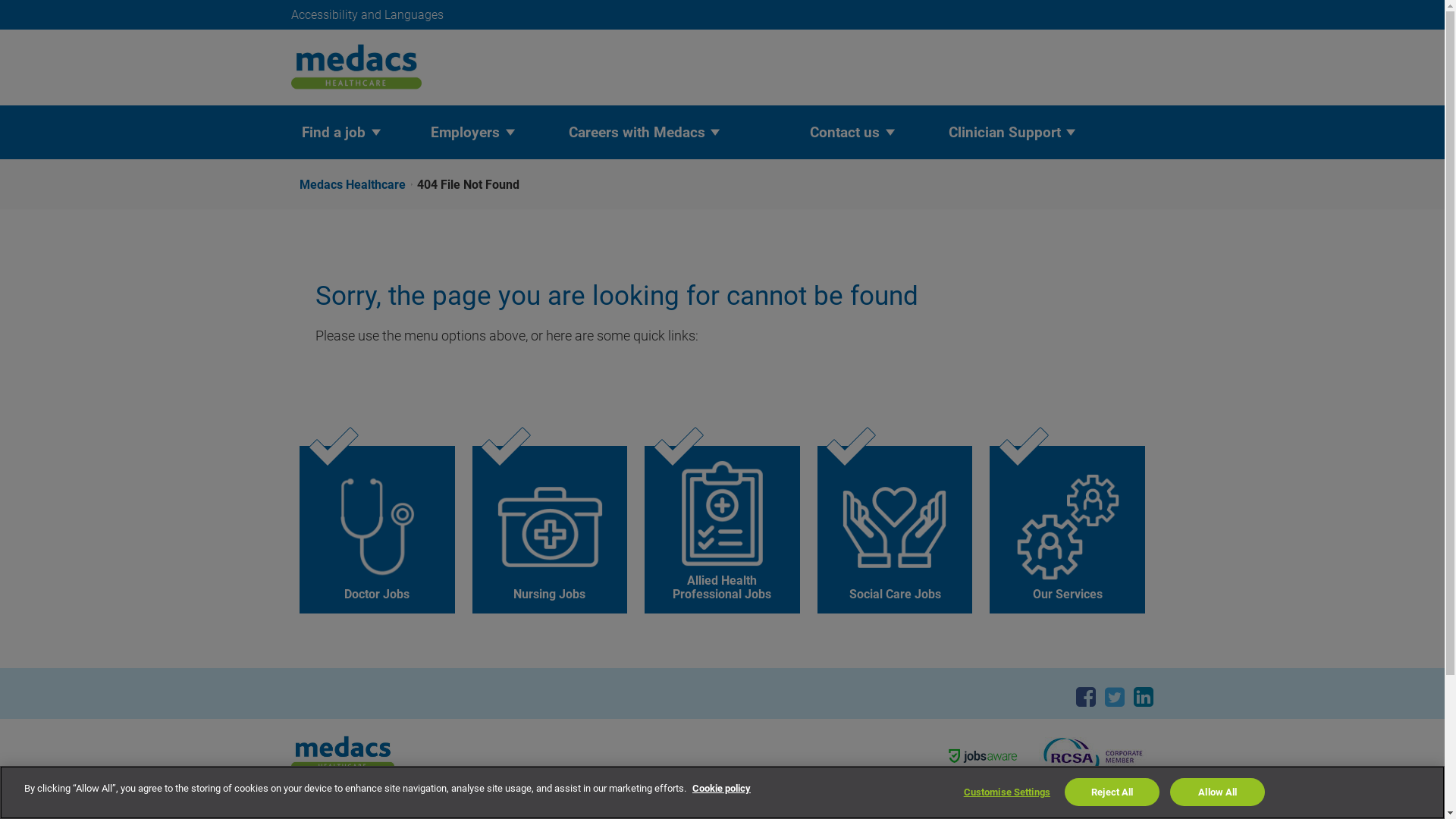 This screenshot has width=1456, height=819. I want to click on 'Facebook', so click(1075, 696).